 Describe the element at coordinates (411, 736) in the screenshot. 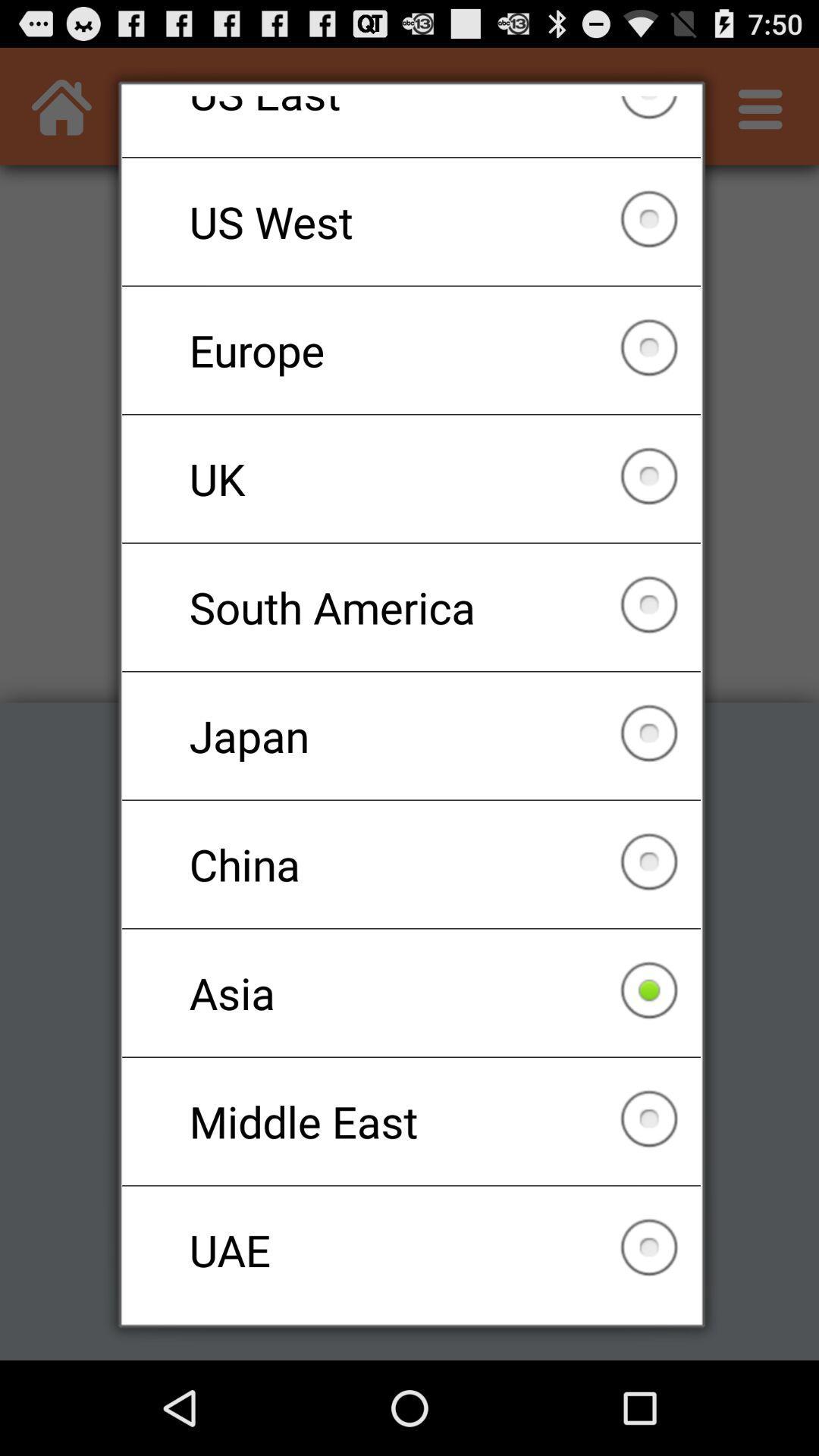

I see `checkbox below the     south america checkbox` at that location.